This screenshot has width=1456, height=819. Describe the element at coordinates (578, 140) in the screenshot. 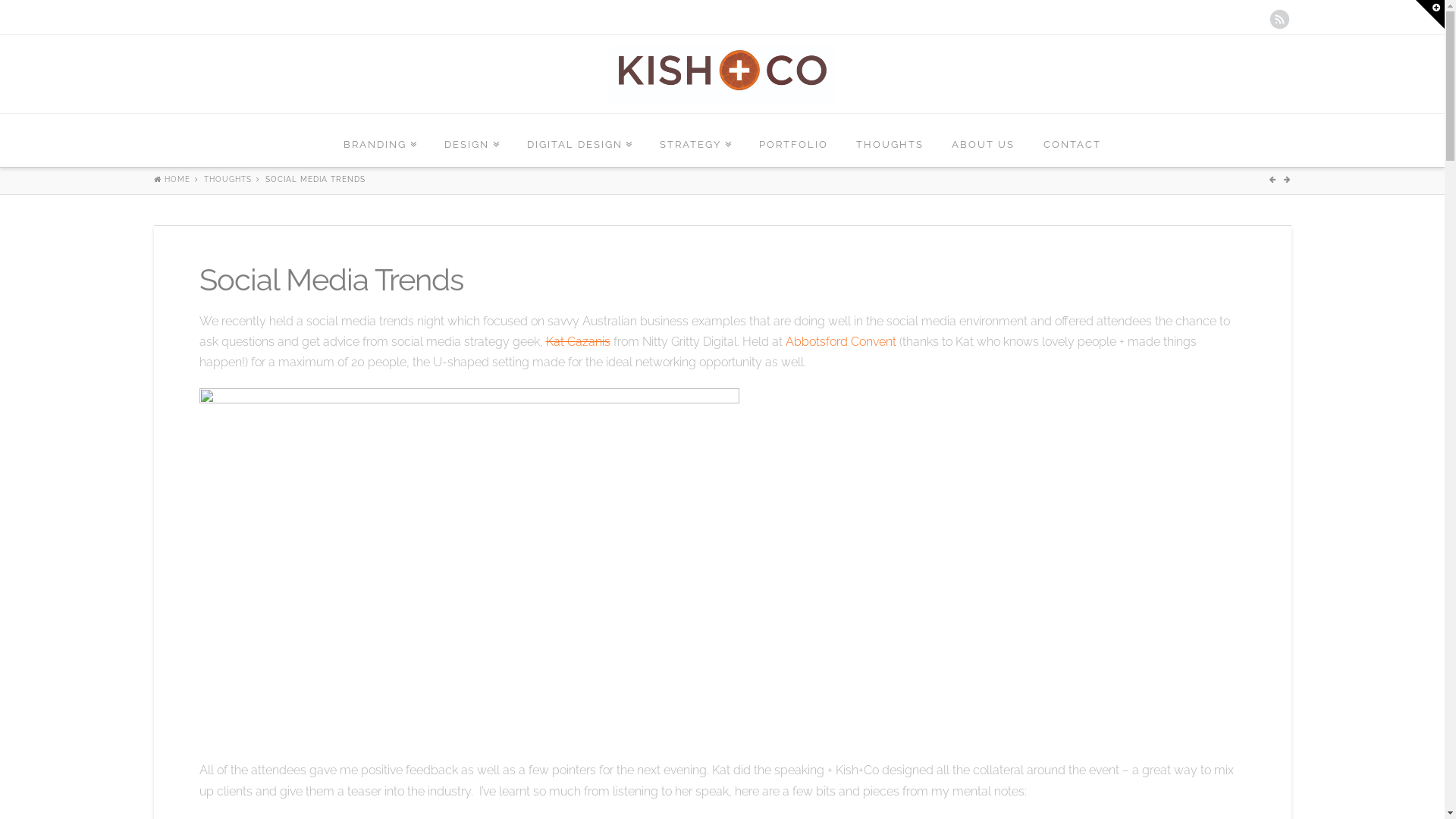

I see `'DIGITAL DESIGN'` at that location.